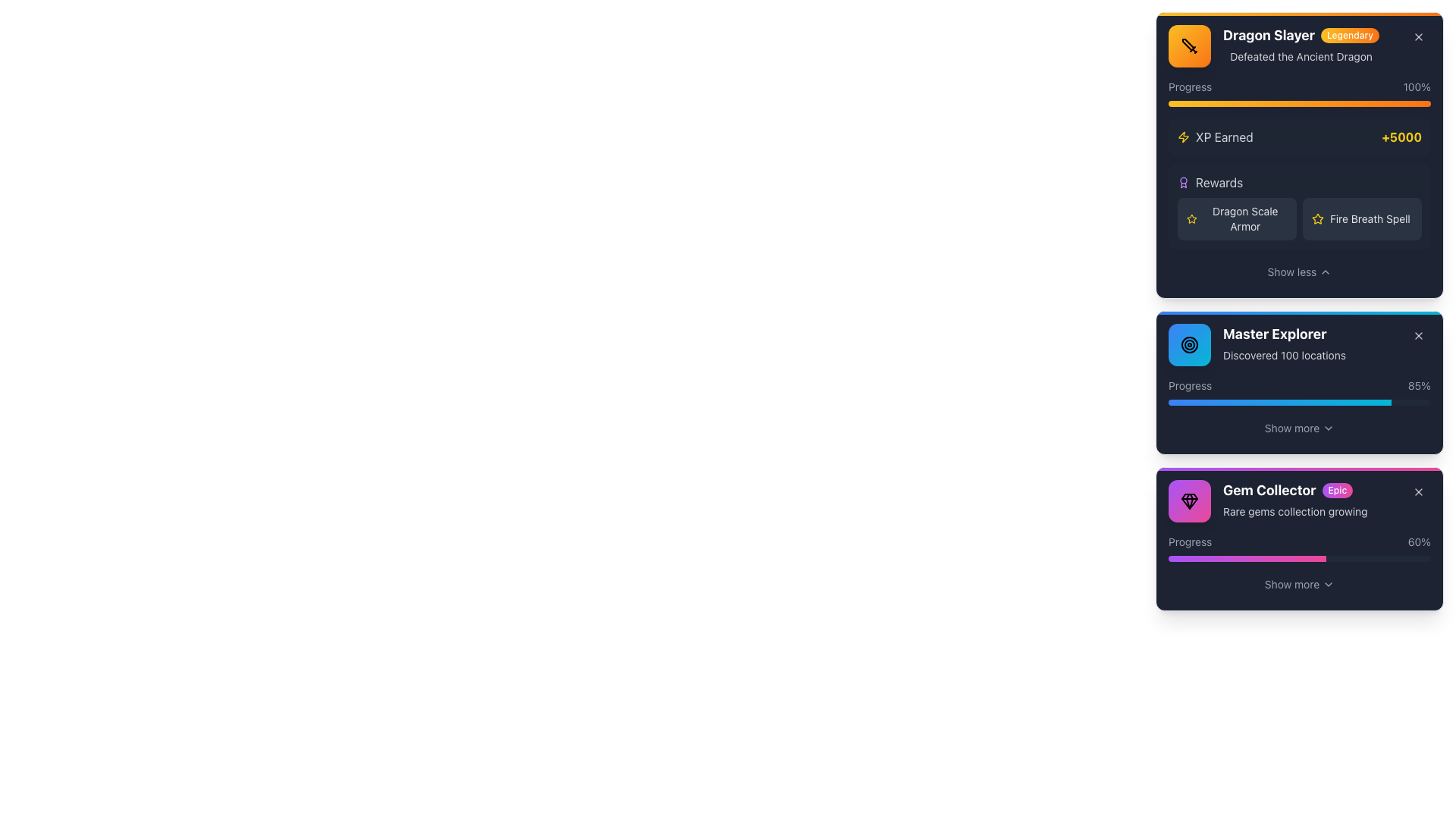 The width and height of the screenshot is (1456, 819). I want to click on the static text label displaying 'Master Explorer' in bold white font, located in the middle section of the interface against a dark blue background, so click(1284, 333).